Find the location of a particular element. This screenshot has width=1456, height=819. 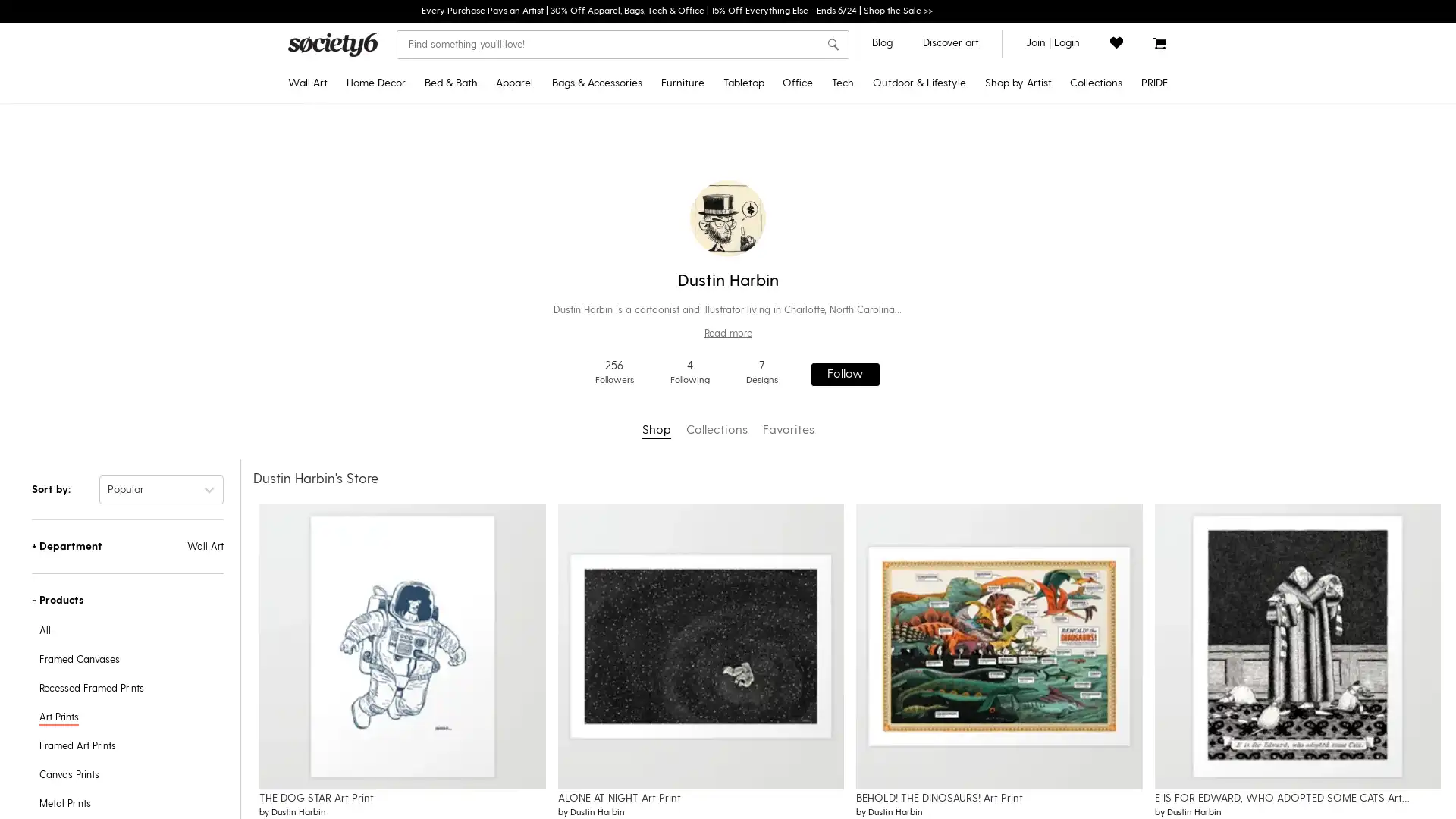

Yoga & Mindfulness is located at coordinates (1040, 366).